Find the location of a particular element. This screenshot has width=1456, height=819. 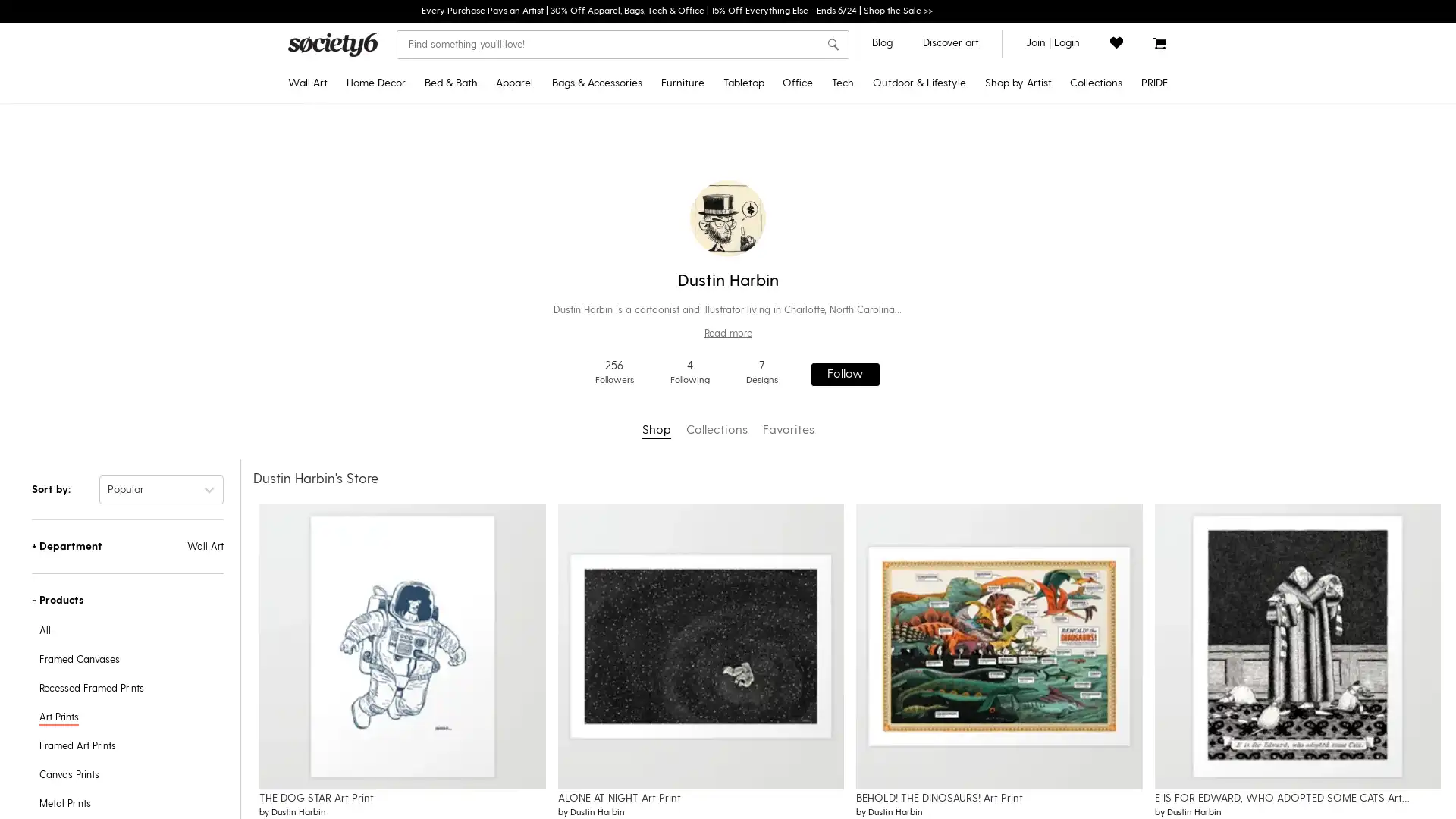

Yoga & Mindfulness is located at coordinates (1040, 366).